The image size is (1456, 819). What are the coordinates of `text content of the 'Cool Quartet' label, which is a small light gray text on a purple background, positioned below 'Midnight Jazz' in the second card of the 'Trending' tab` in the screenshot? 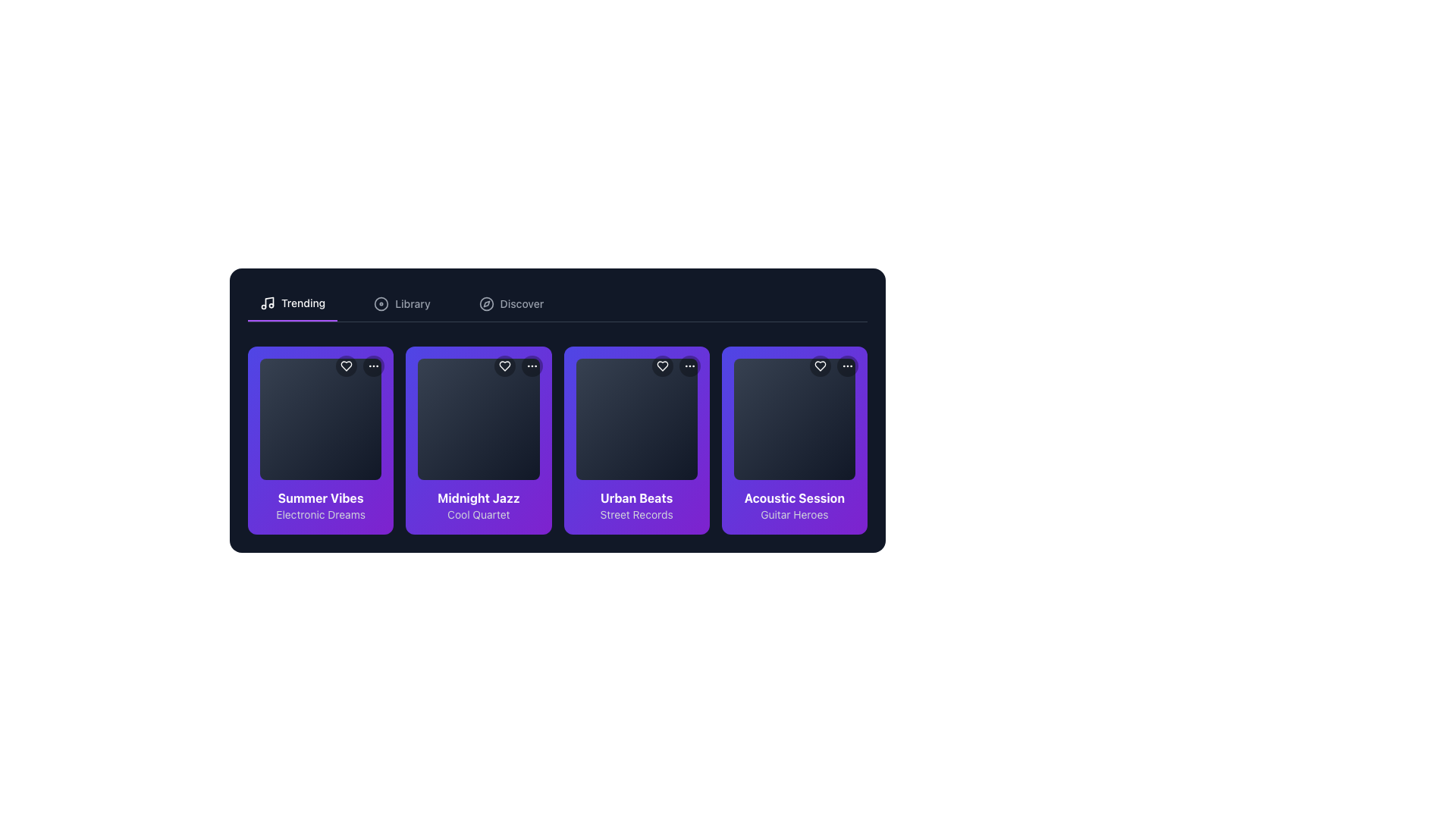 It's located at (478, 514).